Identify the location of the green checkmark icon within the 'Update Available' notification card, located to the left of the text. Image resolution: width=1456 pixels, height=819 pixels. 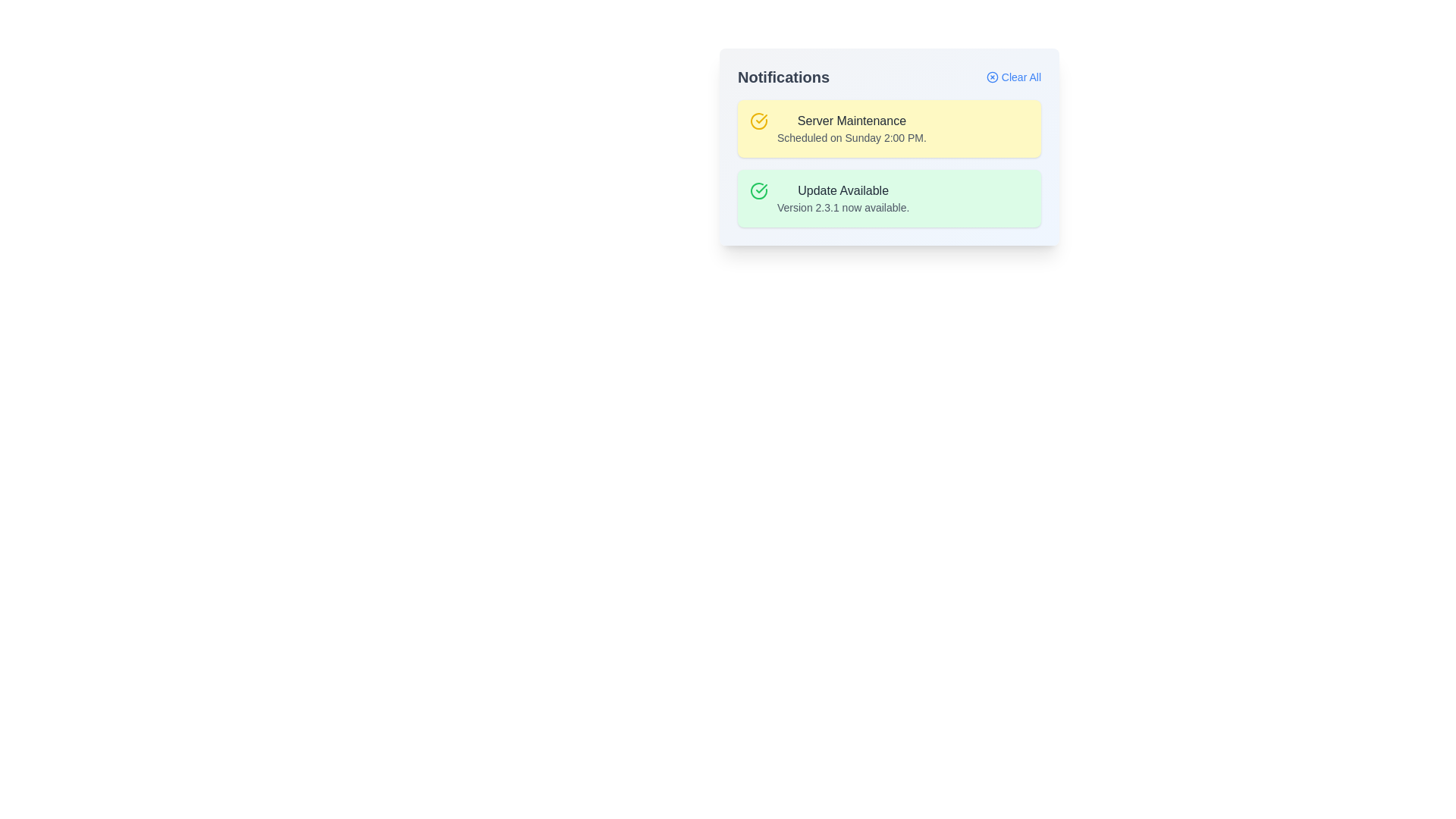
(761, 188).